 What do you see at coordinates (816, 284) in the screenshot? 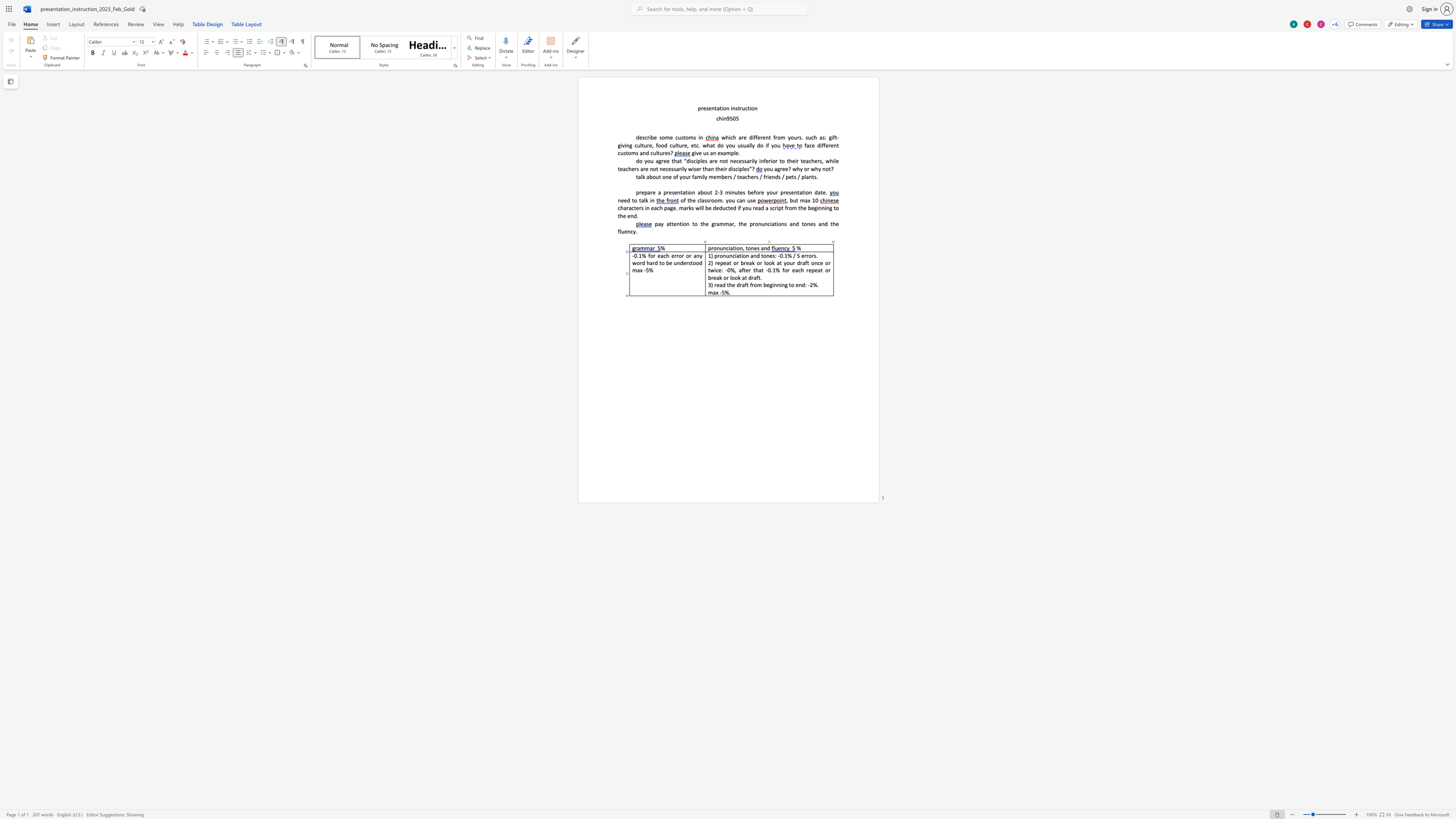
I see `the space between the continuous character "%" and "." in the text` at bounding box center [816, 284].